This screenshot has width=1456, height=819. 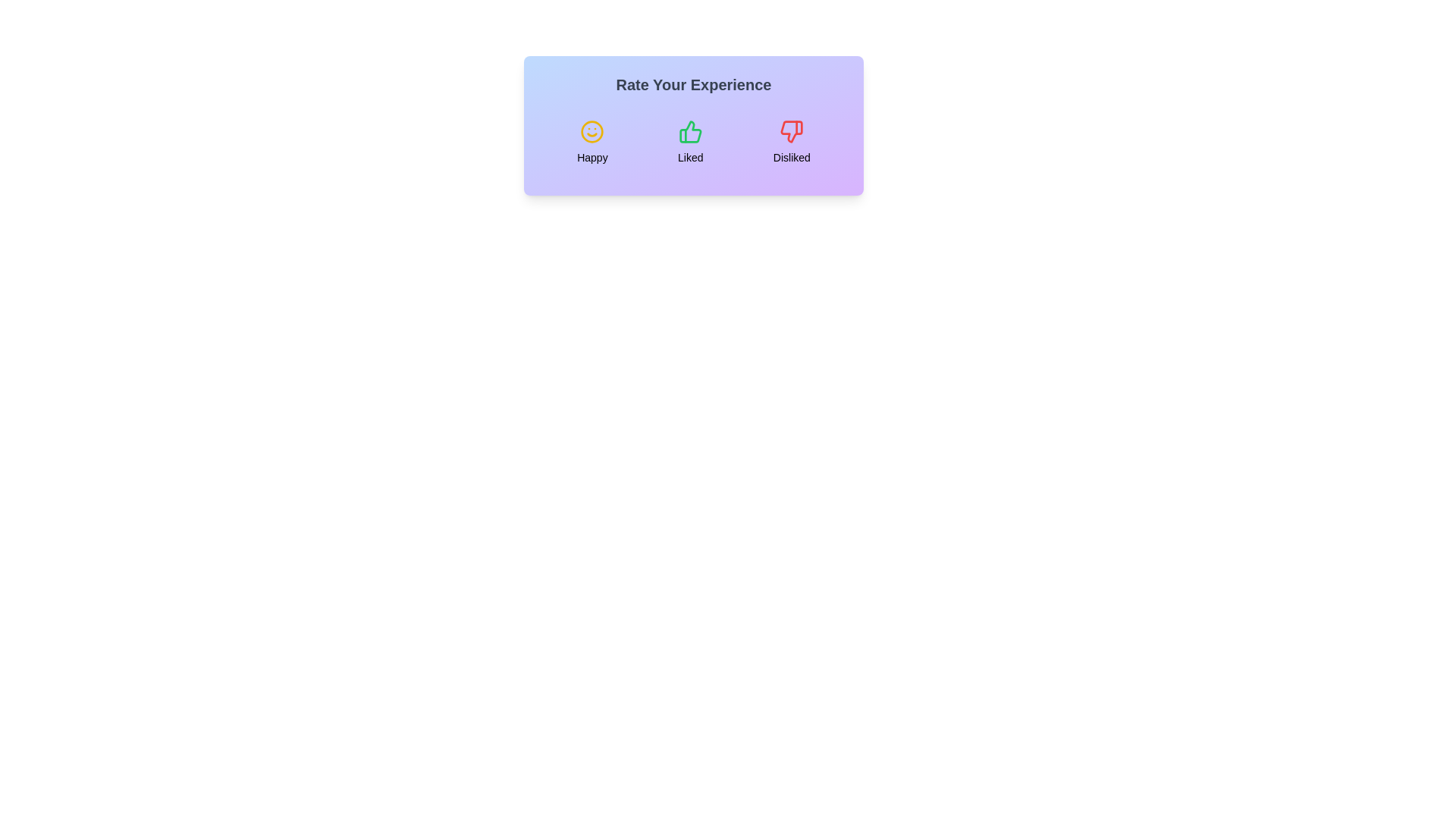 I want to click on the thumbs-up icon in the center of the group of clickable items, so click(x=693, y=143).